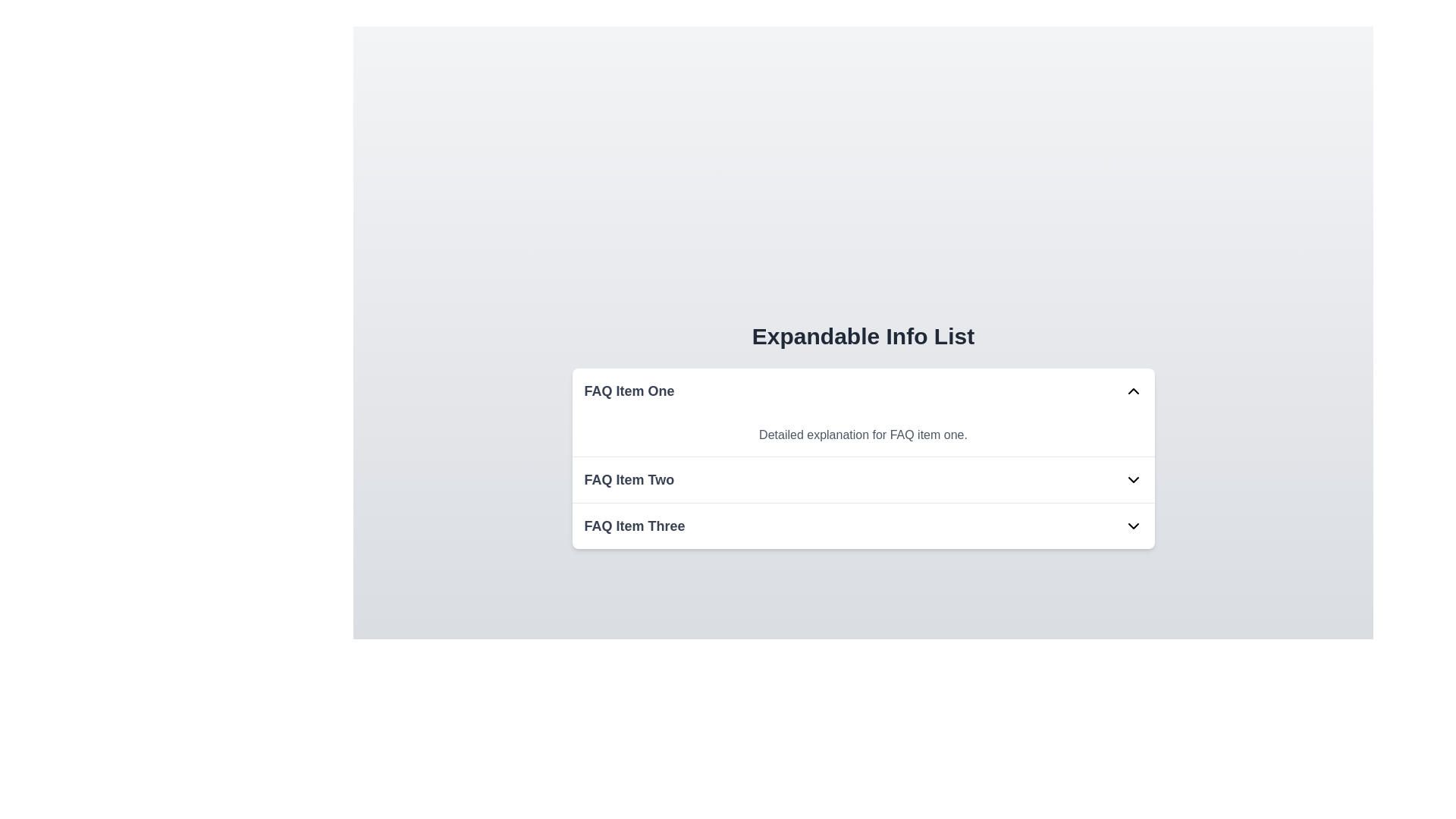 Image resolution: width=1456 pixels, height=819 pixels. What do you see at coordinates (1133, 526) in the screenshot?
I see `the chevron icon located to the right of 'FAQ Item Three' to potentially see visual feedback for expanding or collapsing the FAQ section` at bounding box center [1133, 526].